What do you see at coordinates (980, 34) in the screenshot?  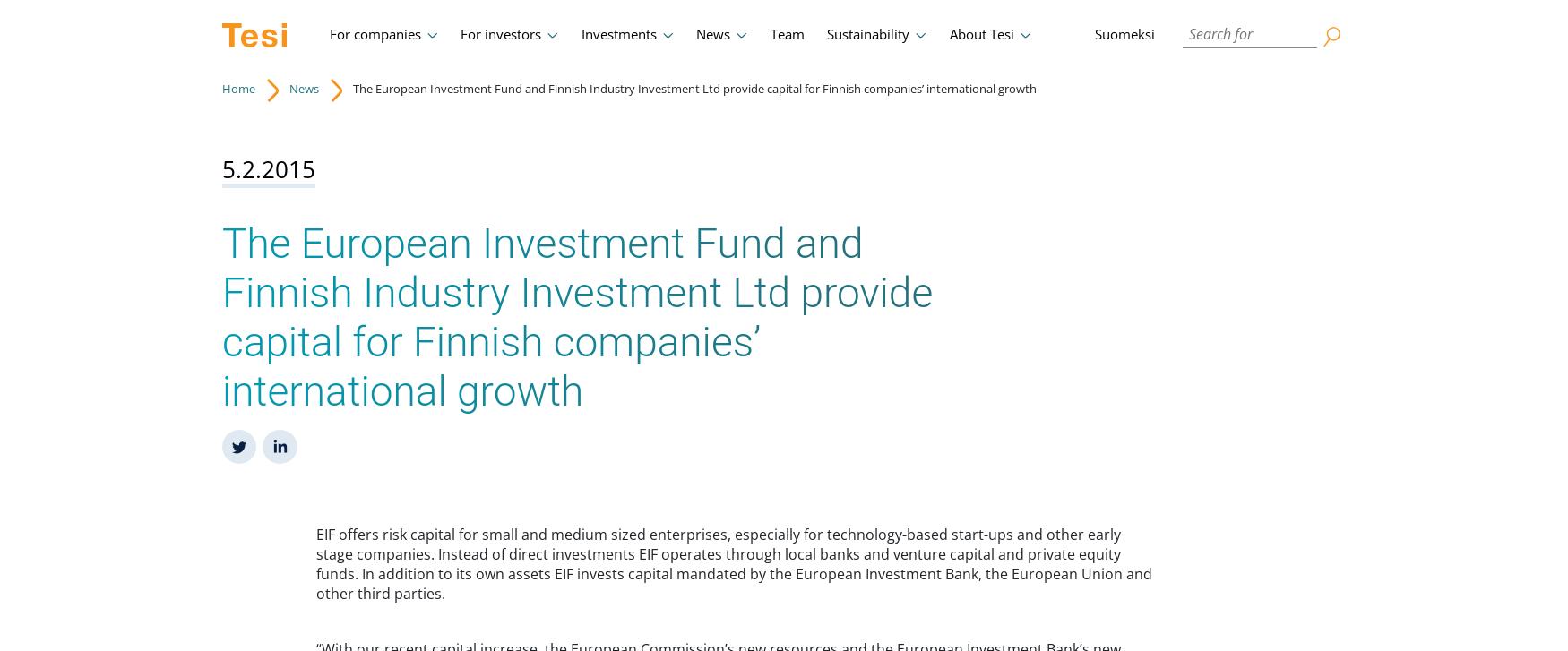 I see `'About Tesi'` at bounding box center [980, 34].